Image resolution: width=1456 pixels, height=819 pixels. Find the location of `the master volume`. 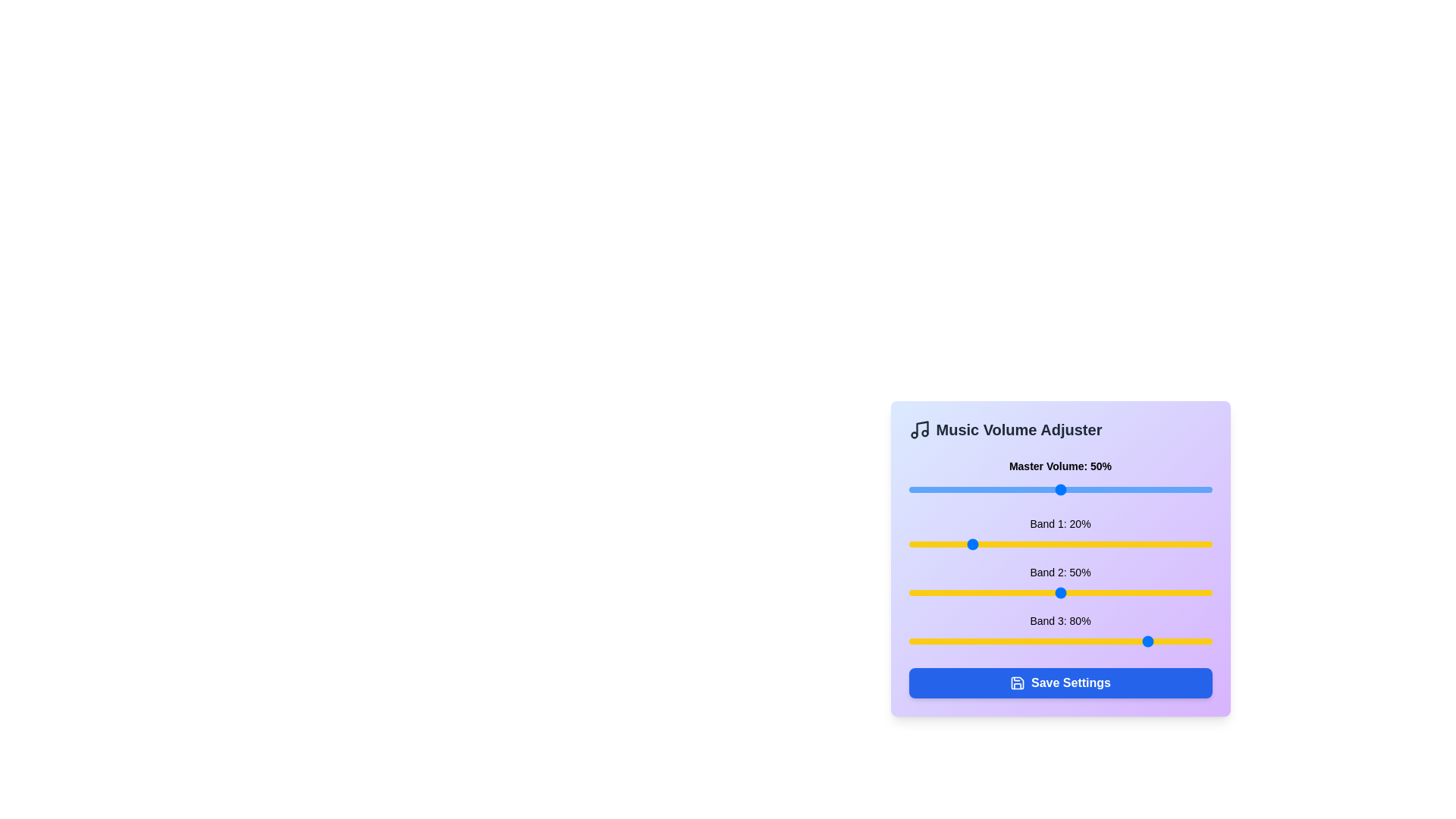

the master volume is located at coordinates (1193, 489).